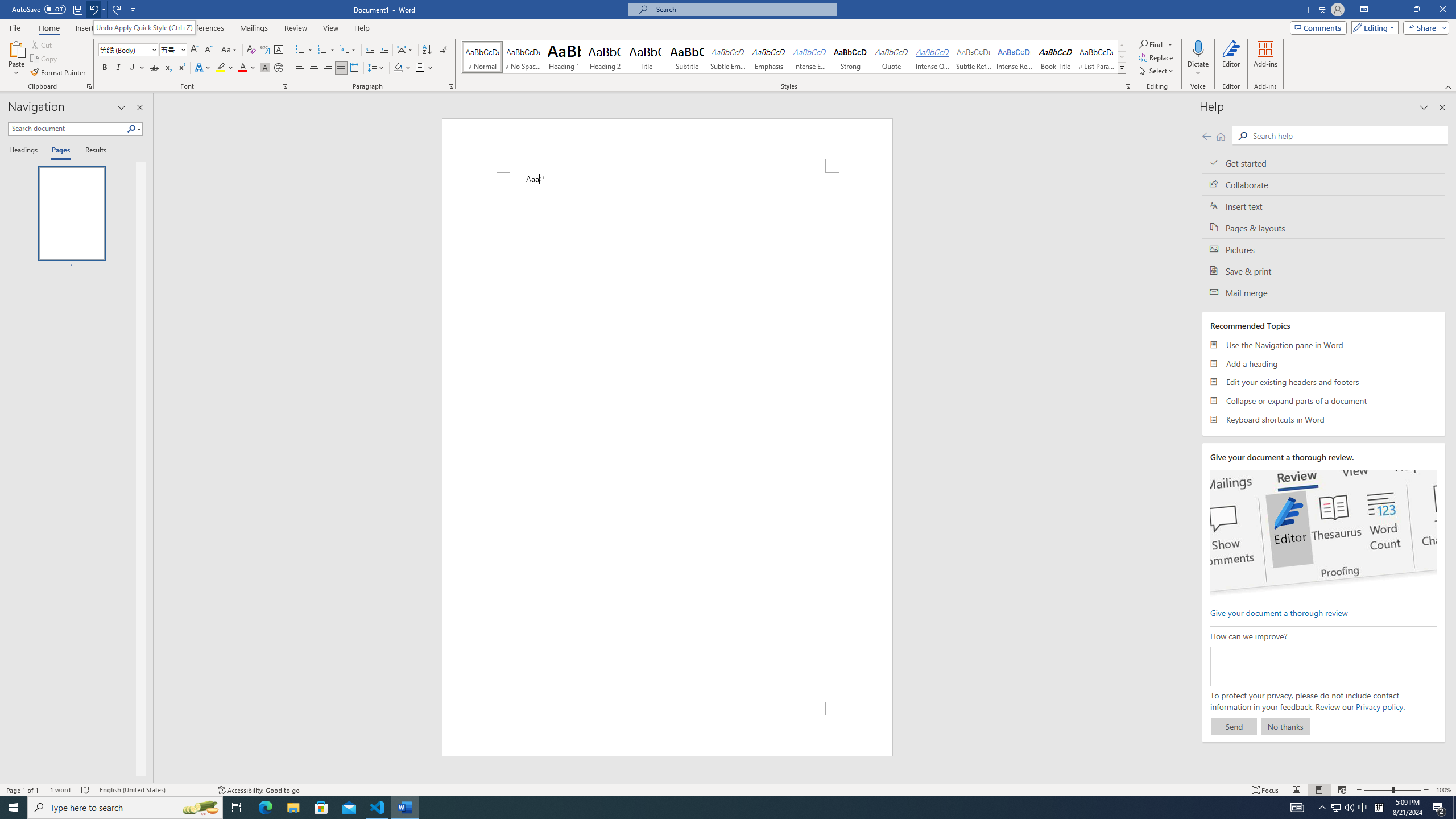 This screenshot has width=1456, height=819. Describe the element at coordinates (728, 789) in the screenshot. I see `'Class: MsoCommandBar'` at that location.